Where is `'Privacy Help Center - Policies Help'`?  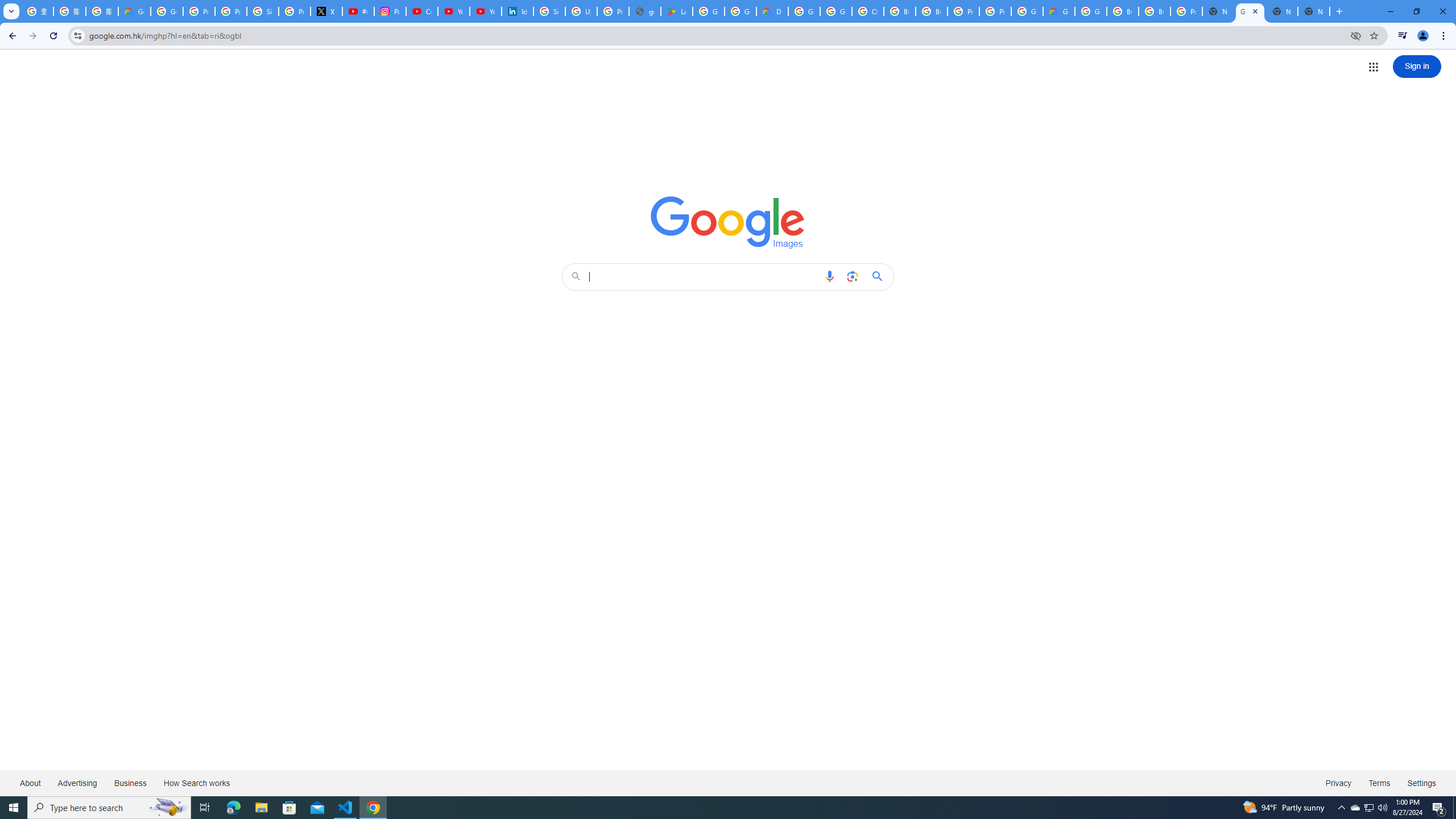 'Privacy Help Center - Policies Help' is located at coordinates (230, 11).